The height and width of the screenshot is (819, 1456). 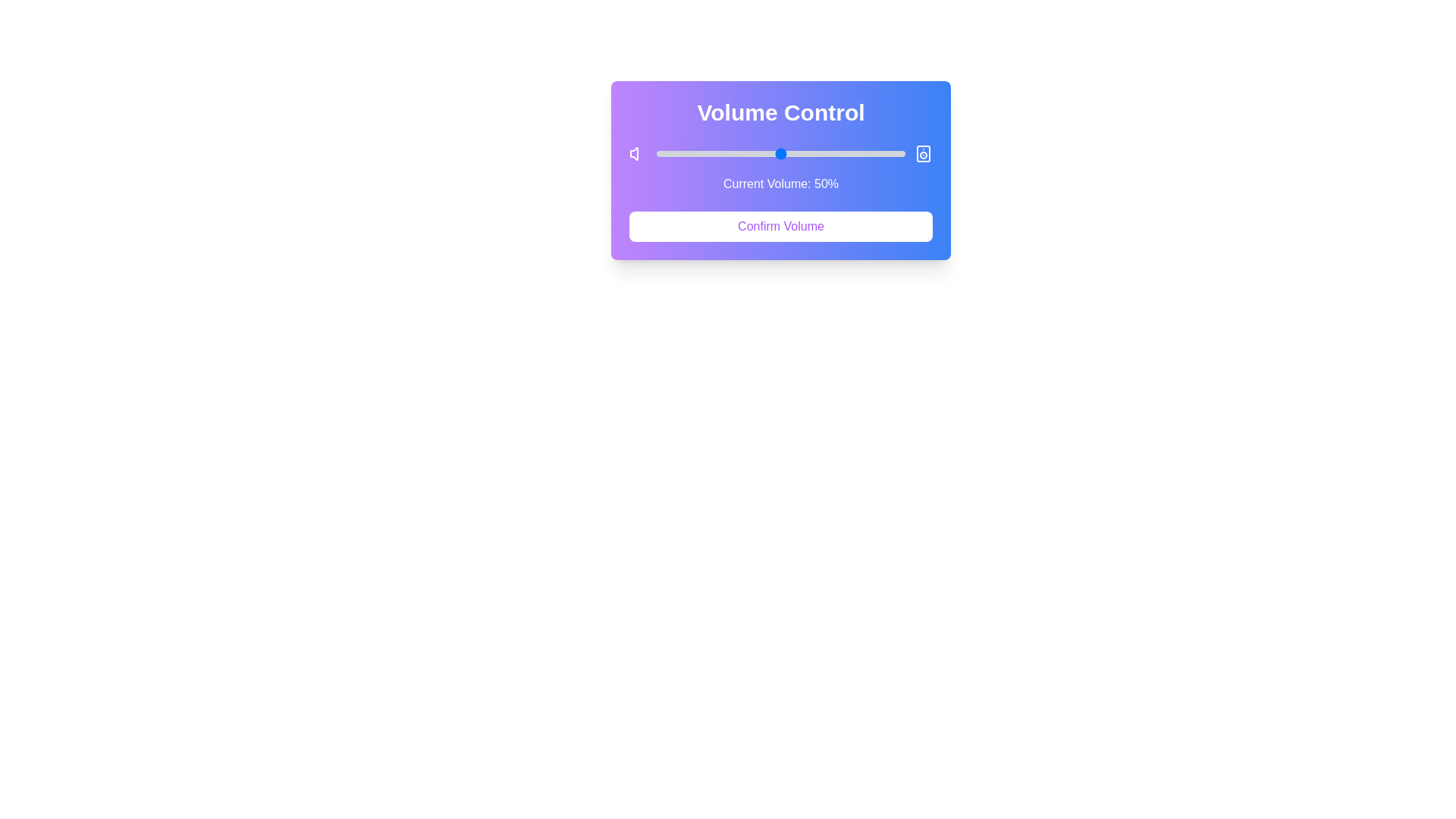 I want to click on the 'Confirm Volume' button to confirm the current volume setting, so click(x=781, y=227).